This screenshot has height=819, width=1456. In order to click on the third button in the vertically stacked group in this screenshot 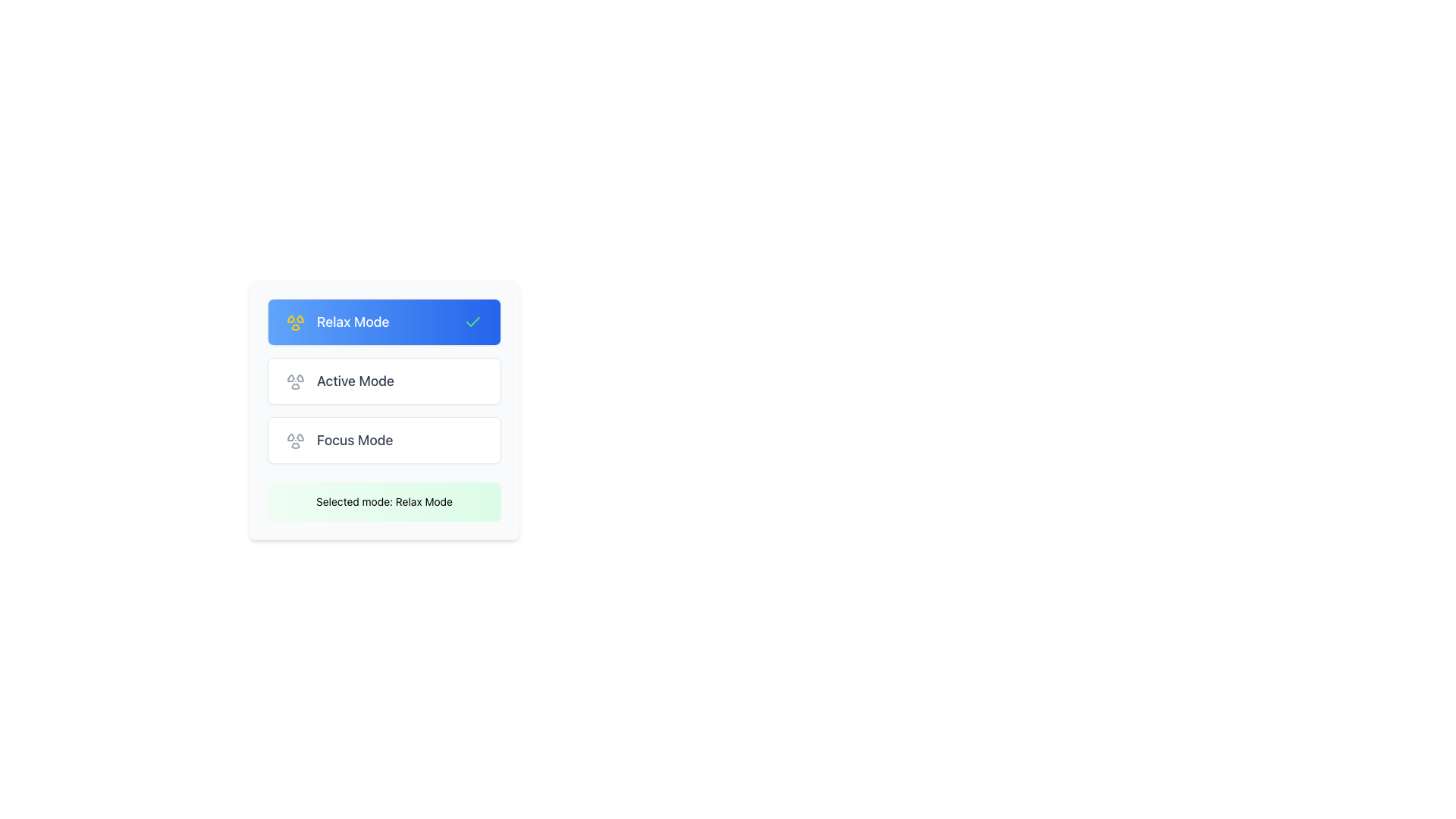, I will do `click(384, 441)`.